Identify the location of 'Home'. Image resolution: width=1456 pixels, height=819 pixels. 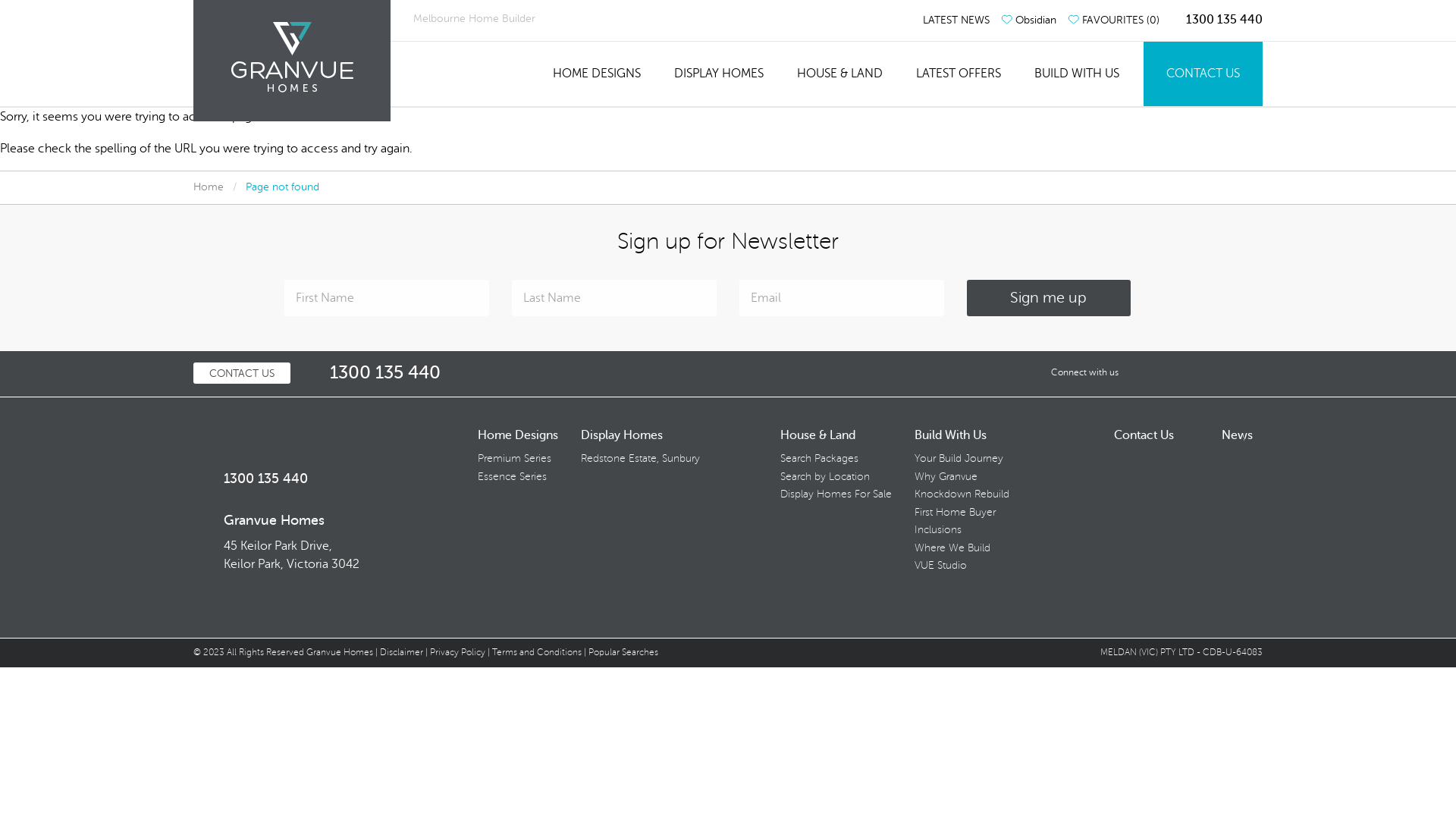
(192, 186).